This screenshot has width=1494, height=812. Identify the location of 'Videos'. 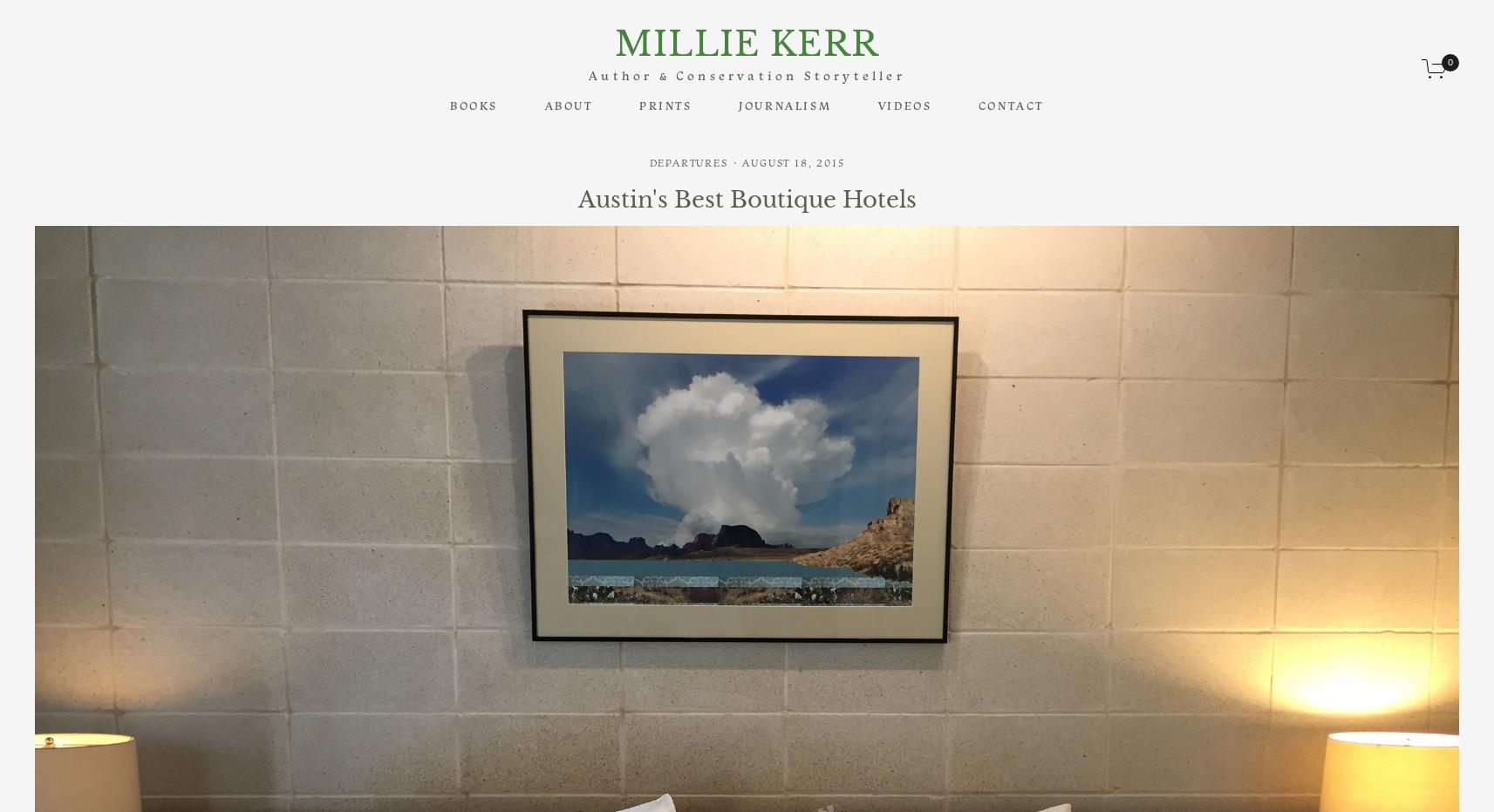
(904, 106).